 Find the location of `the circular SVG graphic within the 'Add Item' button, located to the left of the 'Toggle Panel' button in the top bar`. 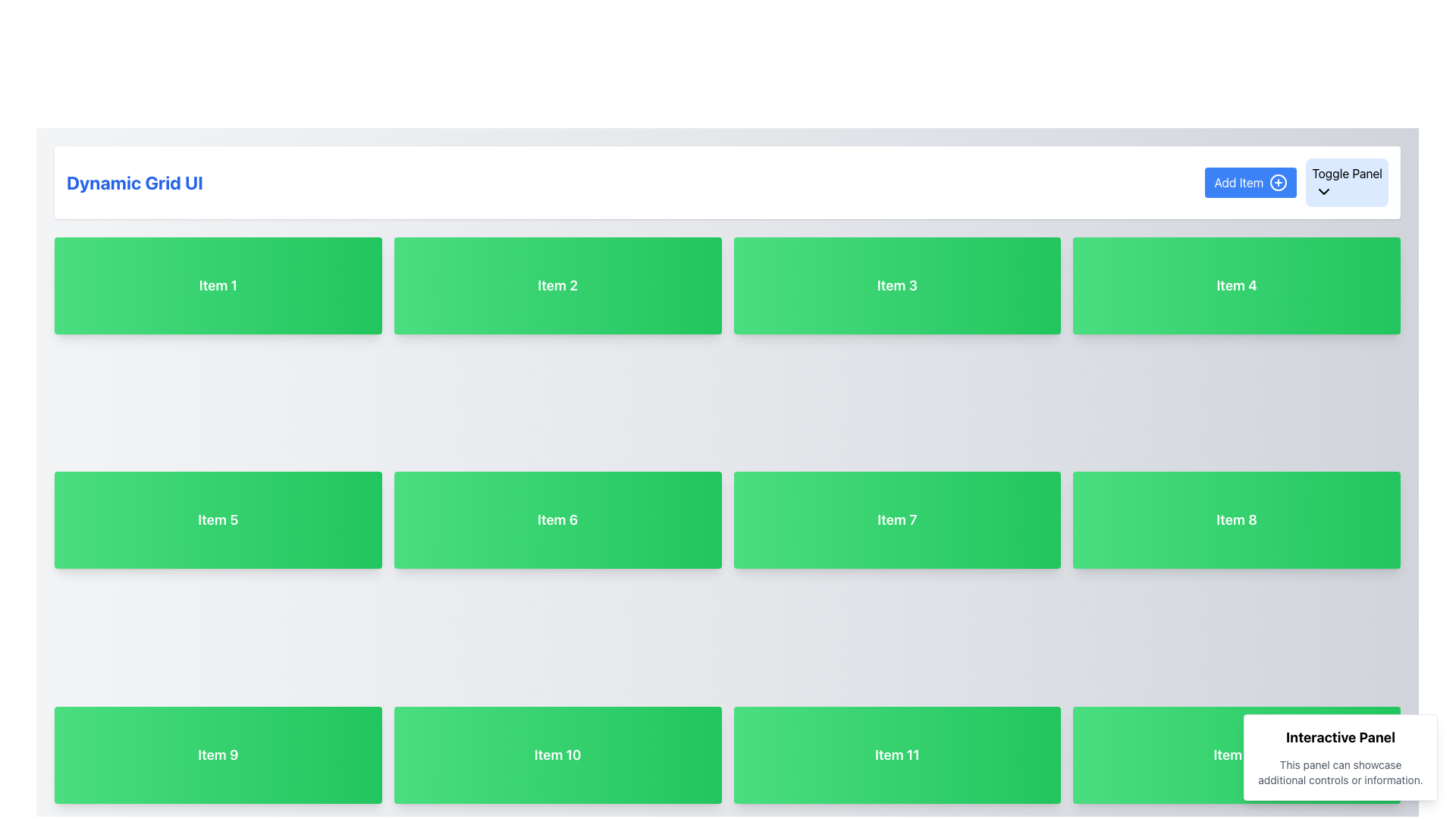

the circular SVG graphic within the 'Add Item' button, located to the left of the 'Toggle Panel' button in the top bar is located at coordinates (1278, 181).